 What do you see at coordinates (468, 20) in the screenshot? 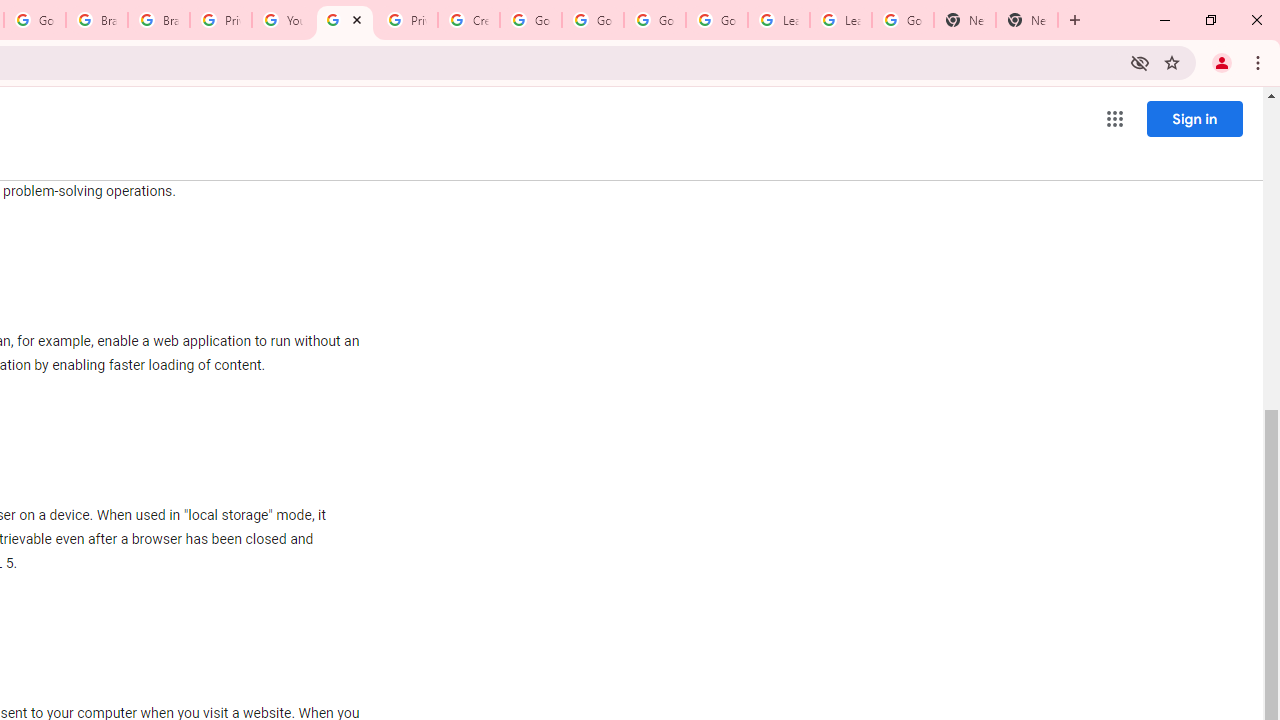
I see `'Create your Google Account'` at bounding box center [468, 20].